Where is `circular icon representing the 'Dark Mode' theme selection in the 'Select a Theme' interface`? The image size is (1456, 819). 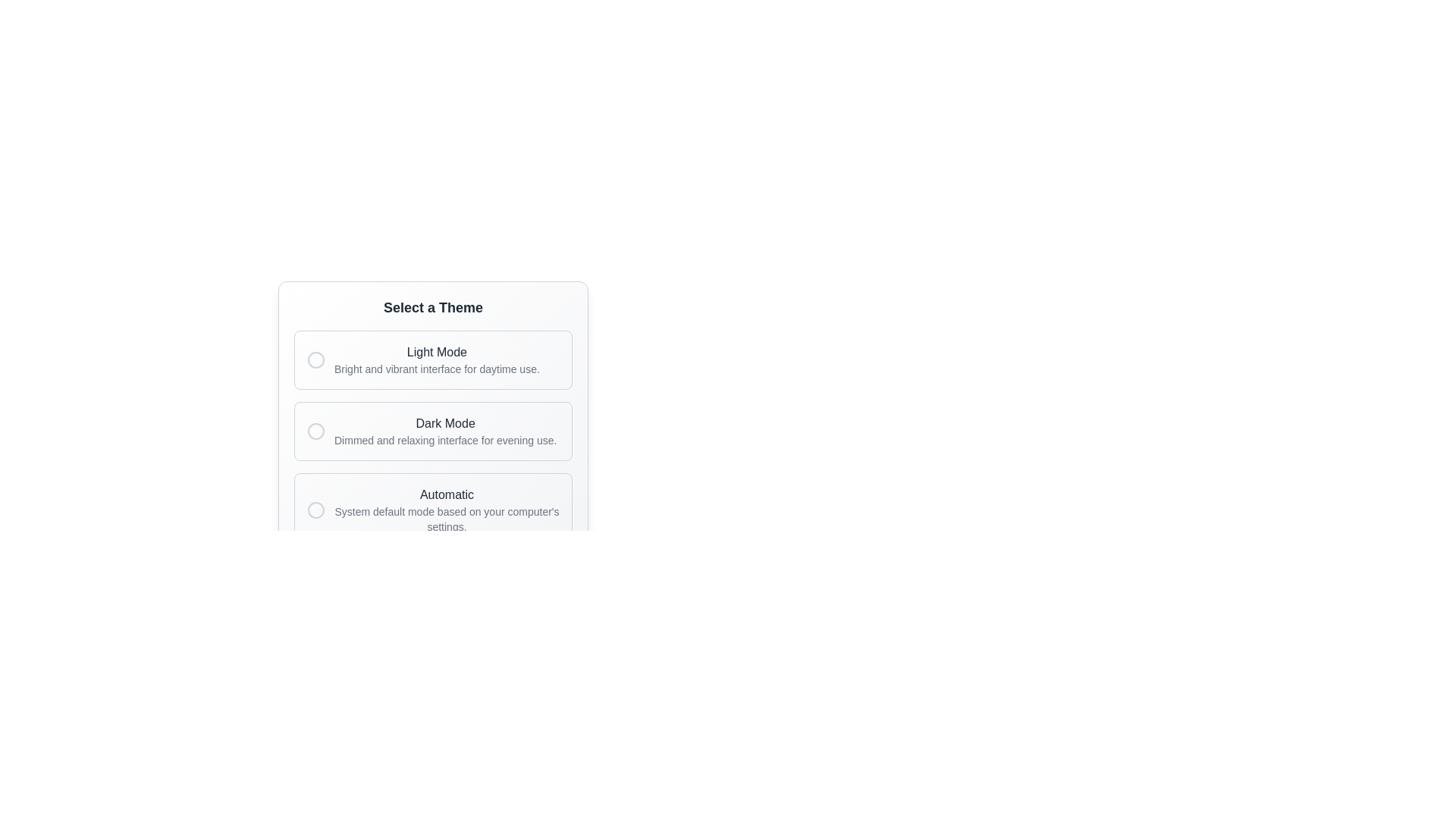
circular icon representing the 'Dark Mode' theme selection in the 'Select a Theme' interface is located at coordinates (315, 431).